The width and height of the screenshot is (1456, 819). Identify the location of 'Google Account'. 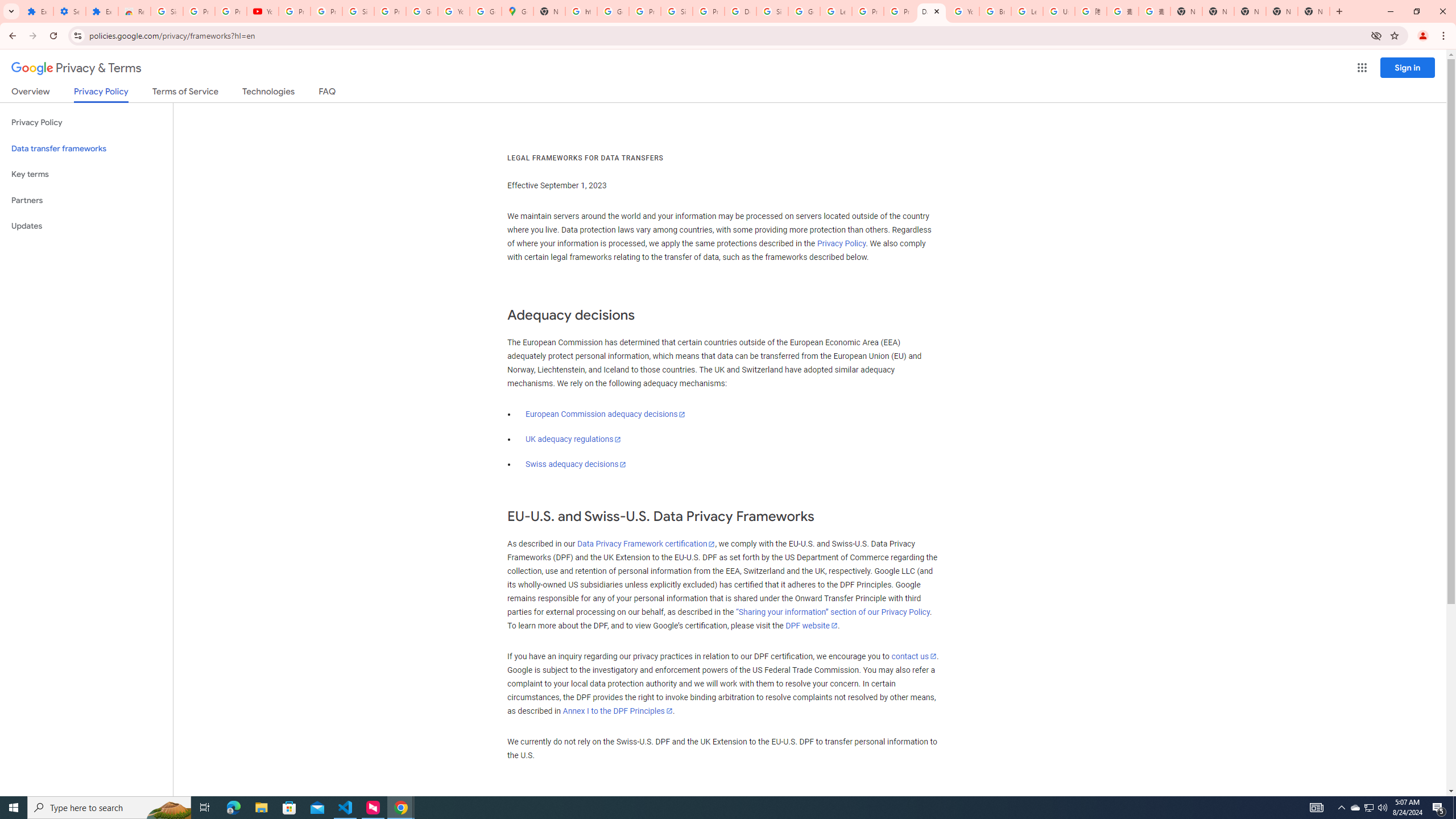
(421, 11).